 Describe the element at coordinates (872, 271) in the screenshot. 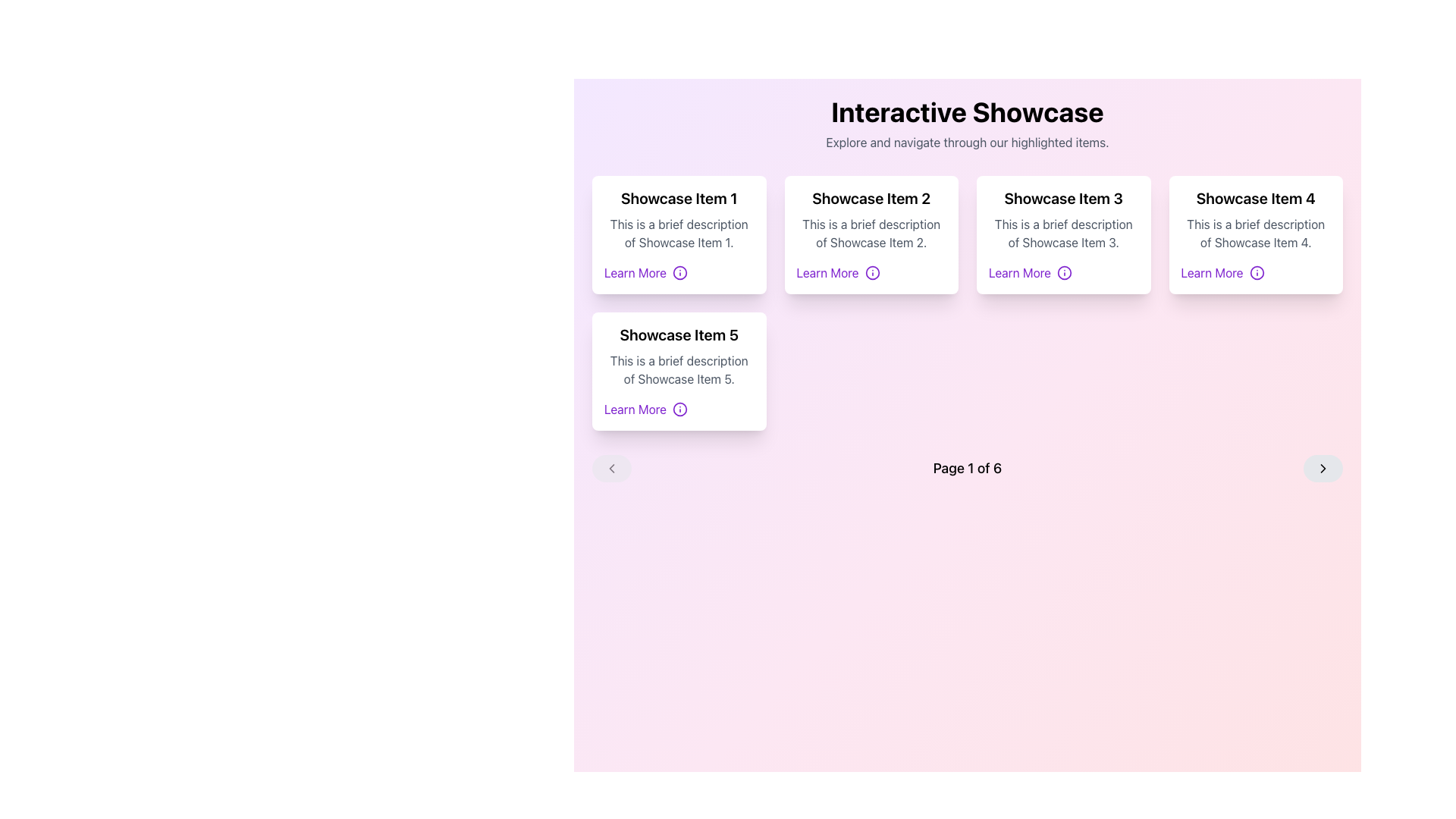

I see `the visual indicator icon for the 'Learn More' link located slightly to the right of the 'Learn More' text in the 'Showcase Item 2' card` at that location.